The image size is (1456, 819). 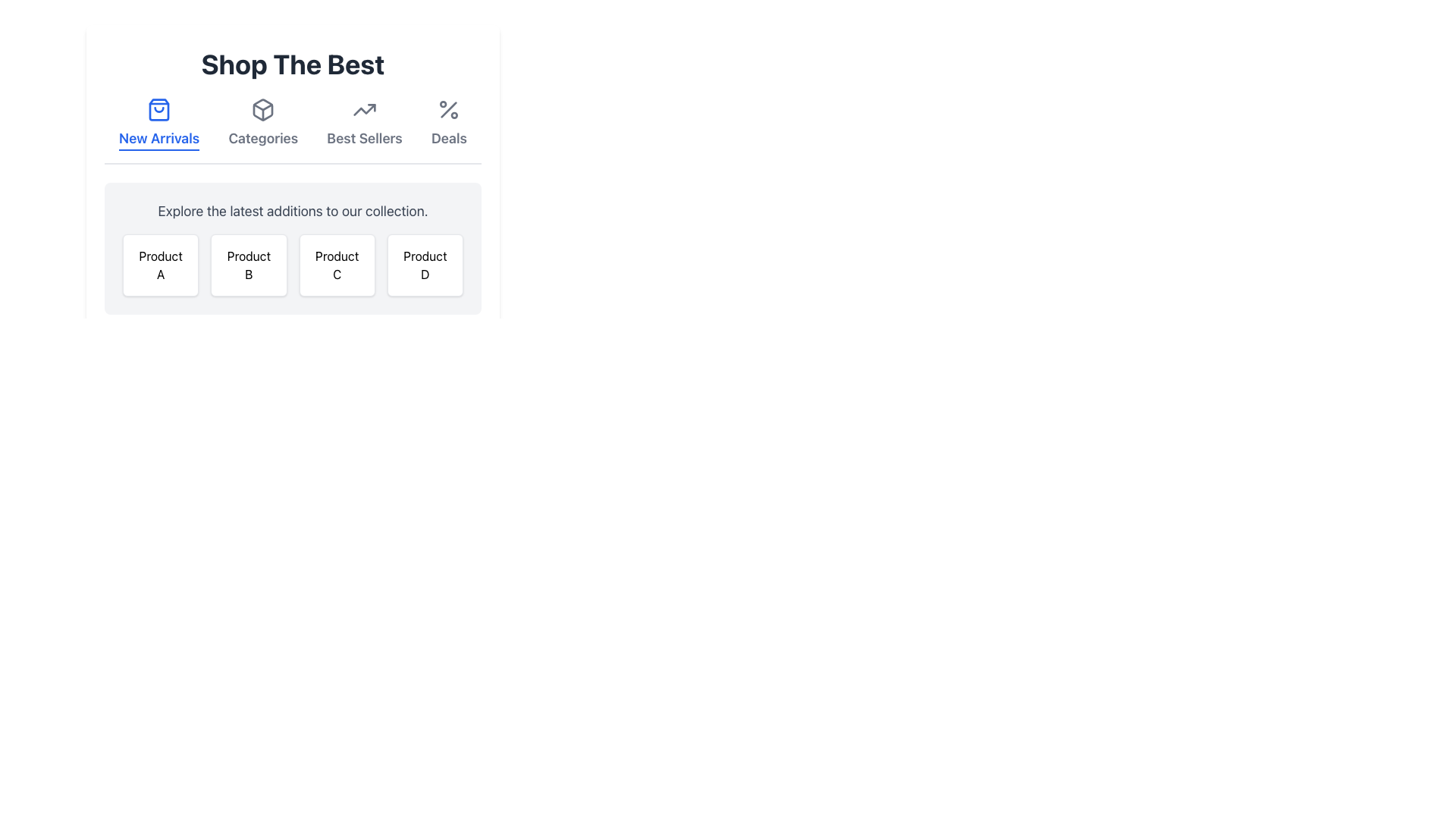 What do you see at coordinates (159, 138) in the screenshot?
I see `the text label with hyperlink functionality that directs to the new arrivals section in the catalog, located below the shopping bag icon in the navigation bar` at bounding box center [159, 138].